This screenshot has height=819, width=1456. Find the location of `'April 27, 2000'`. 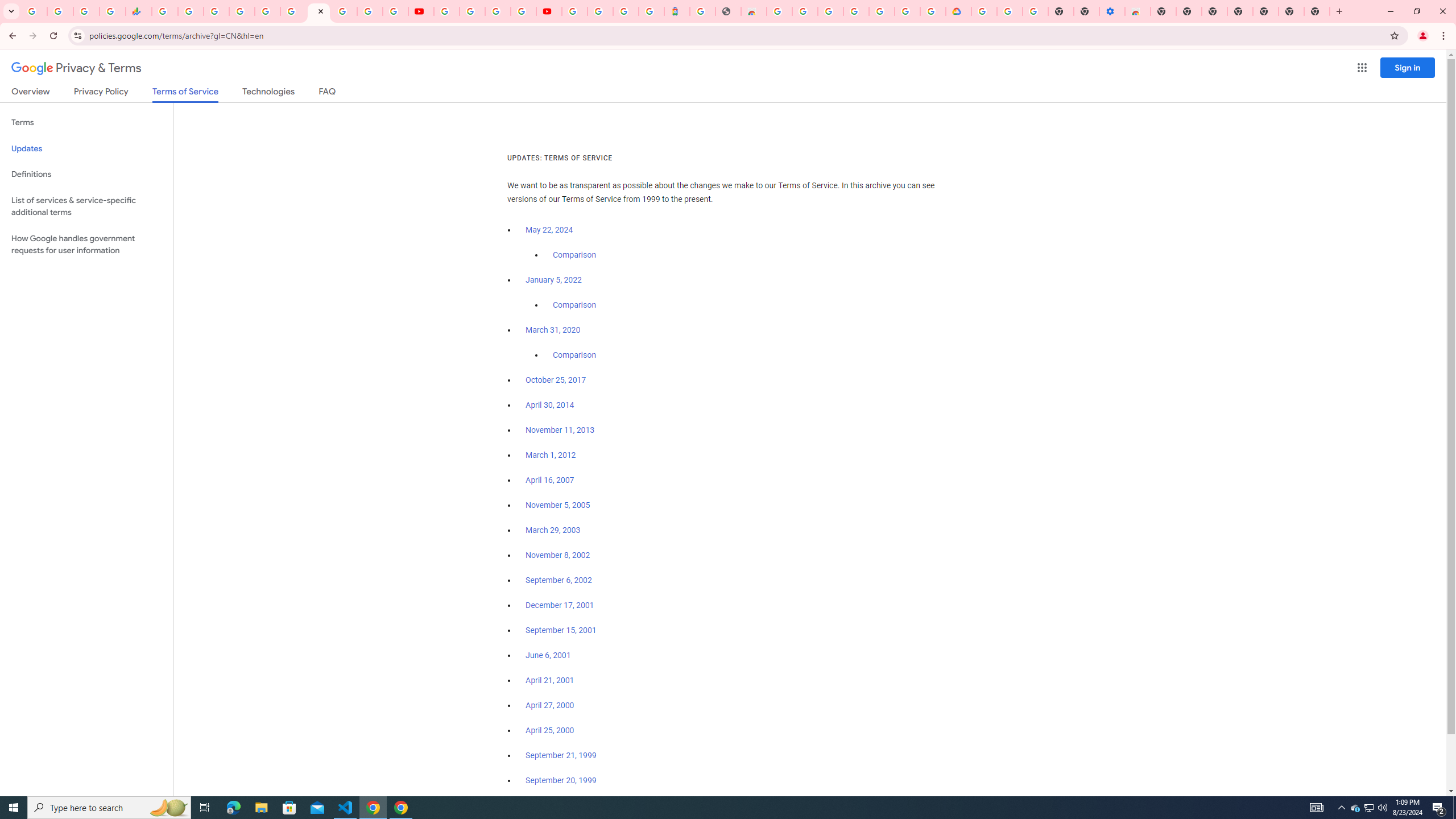

'April 27, 2000' is located at coordinates (549, 704).